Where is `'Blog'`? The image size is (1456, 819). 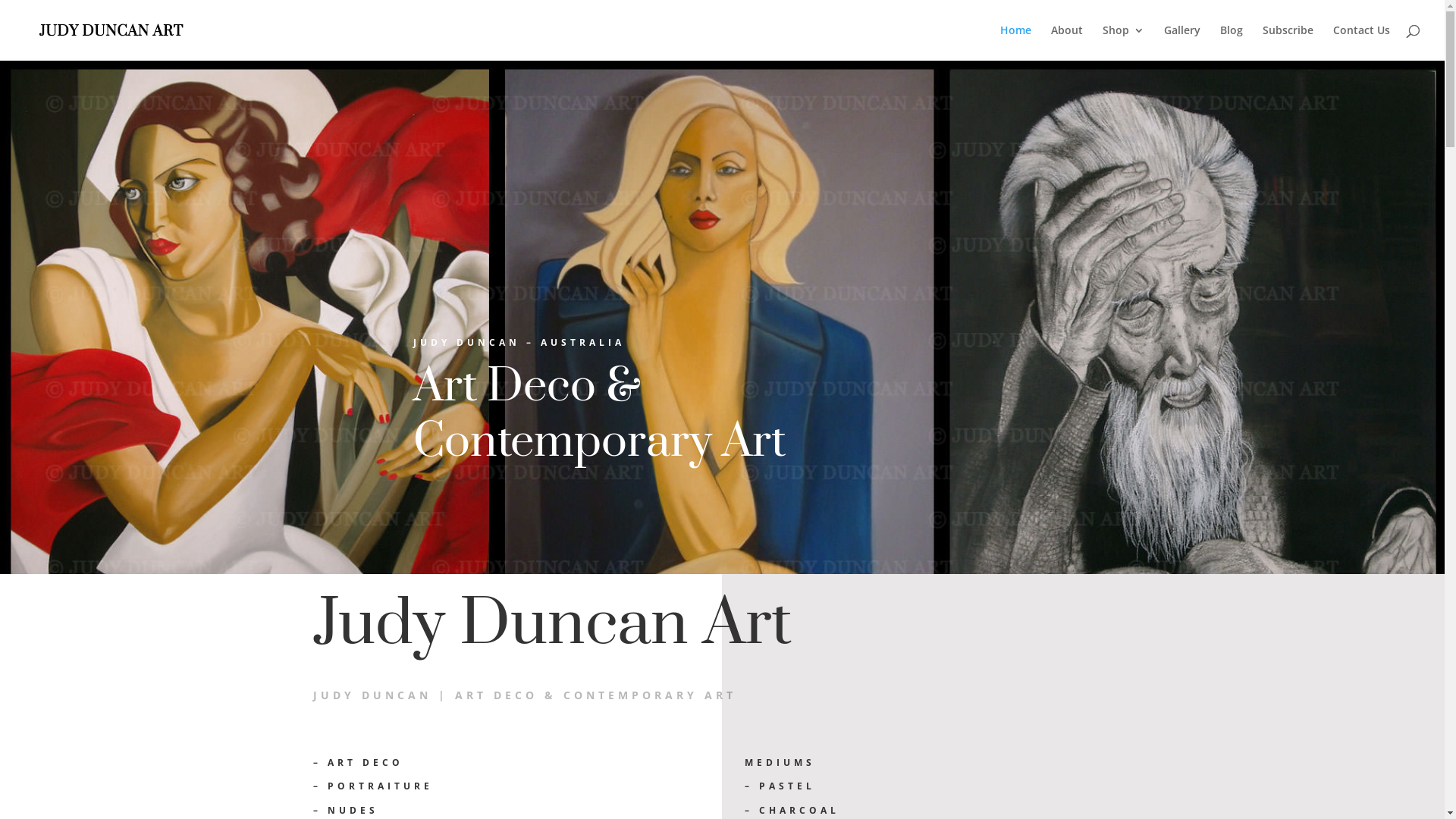
'Blog' is located at coordinates (1231, 42).